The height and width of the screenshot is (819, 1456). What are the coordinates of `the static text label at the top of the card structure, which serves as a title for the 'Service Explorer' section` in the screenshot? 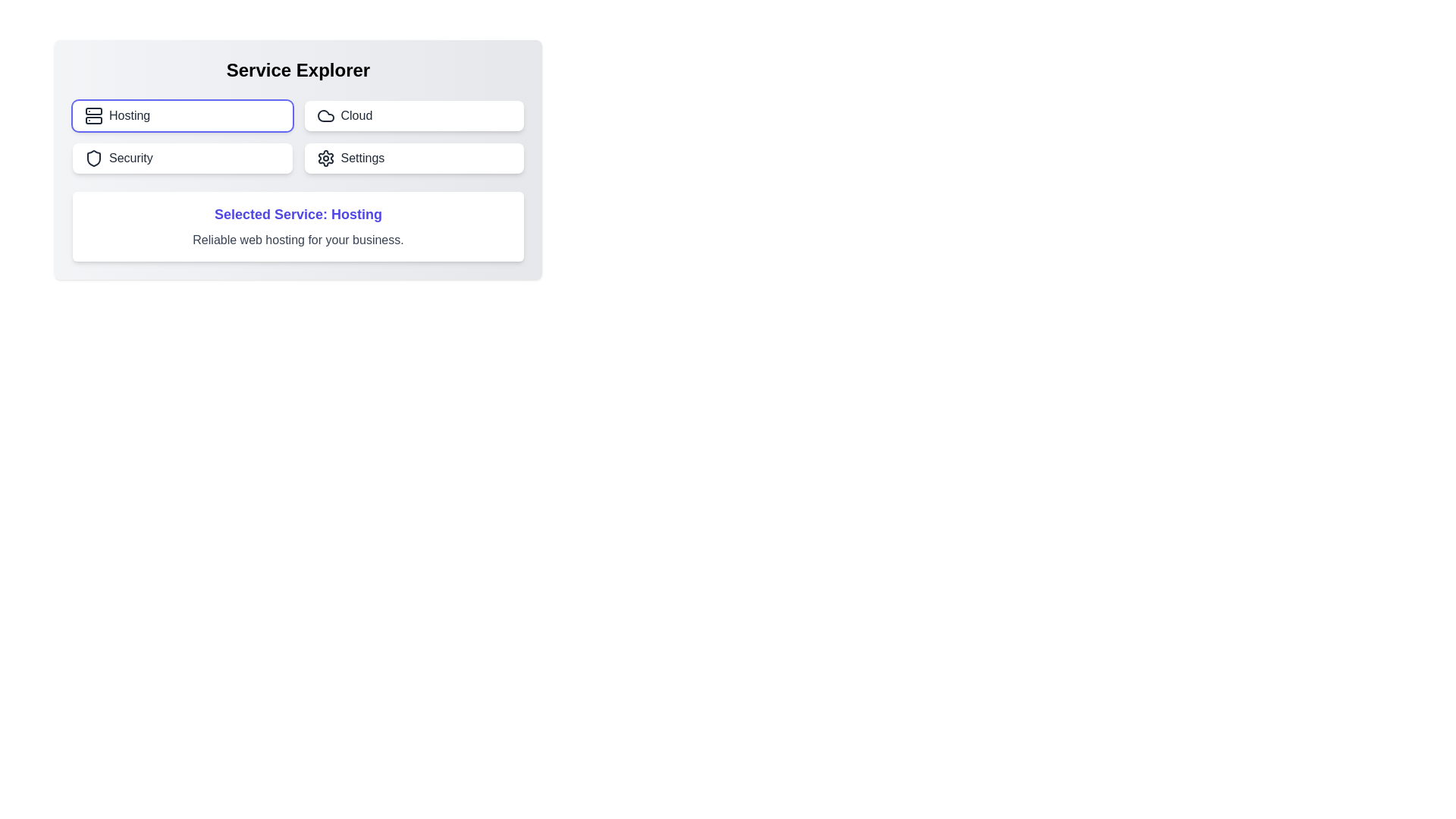 It's located at (298, 70).